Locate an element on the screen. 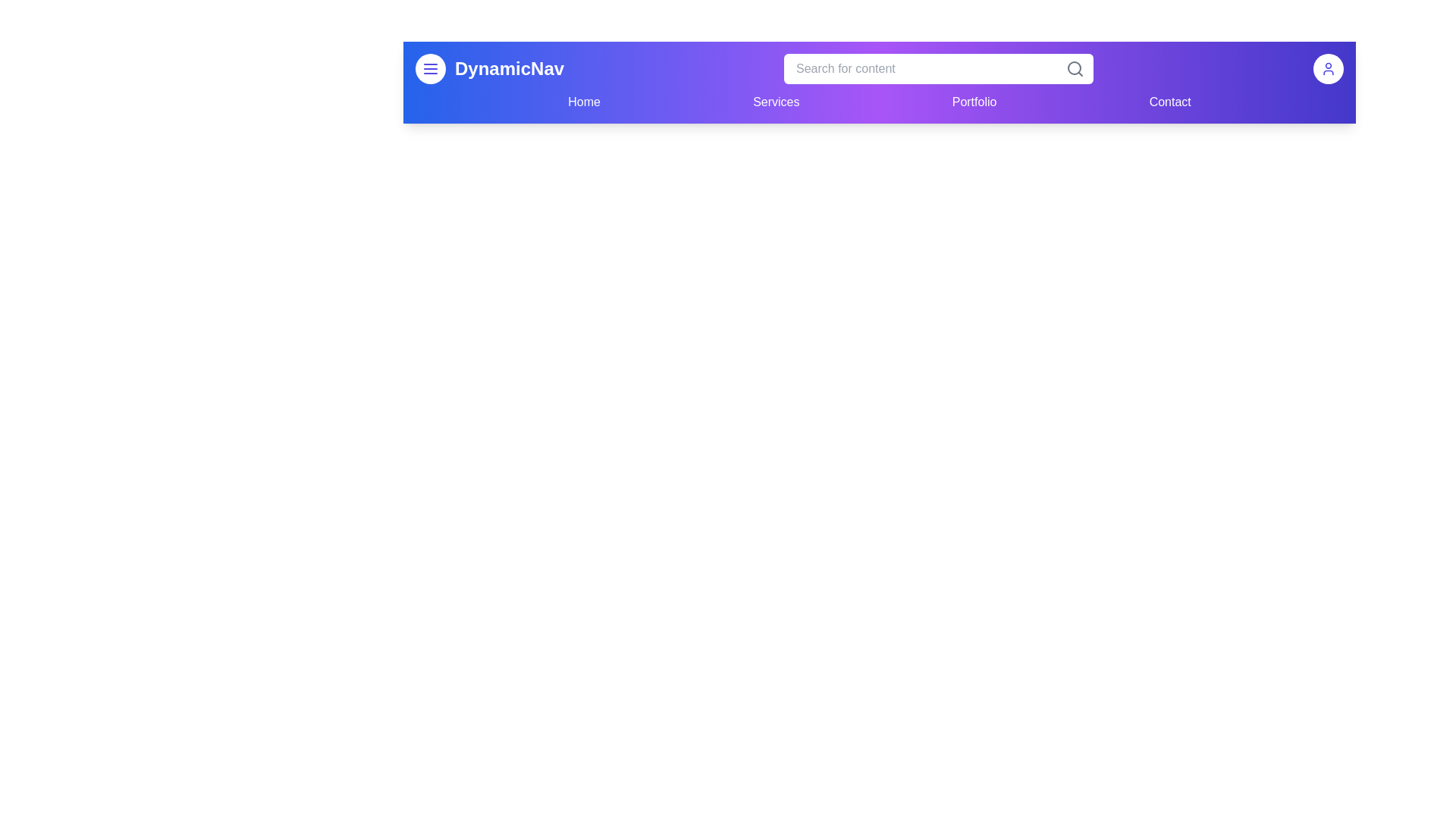 The height and width of the screenshot is (819, 1456). the user icon button to access the user account menu is located at coordinates (1328, 69).